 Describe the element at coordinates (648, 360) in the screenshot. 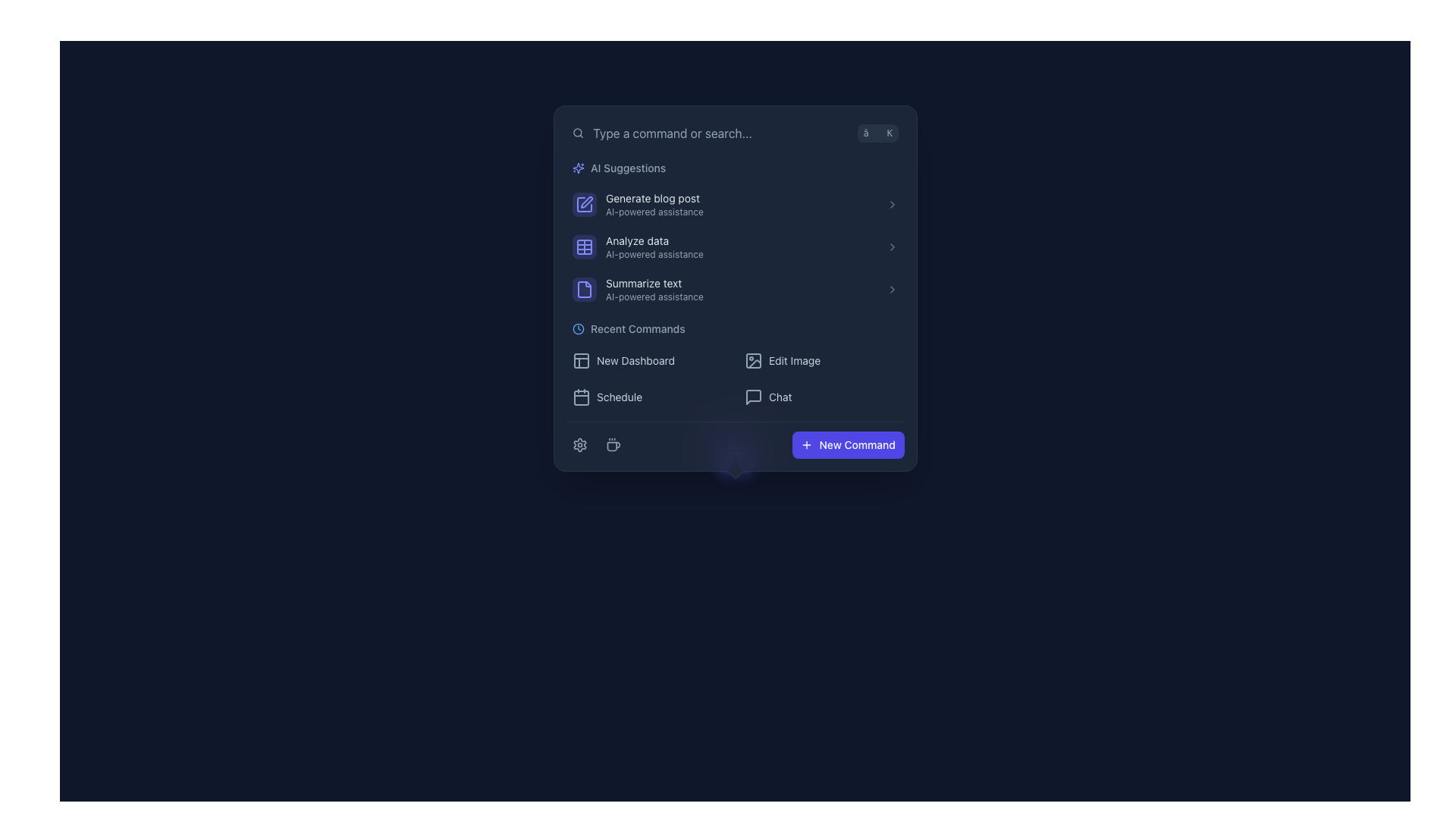

I see `the 'New Dashboard' button, which has a dark background with light text and a grid icon` at that location.